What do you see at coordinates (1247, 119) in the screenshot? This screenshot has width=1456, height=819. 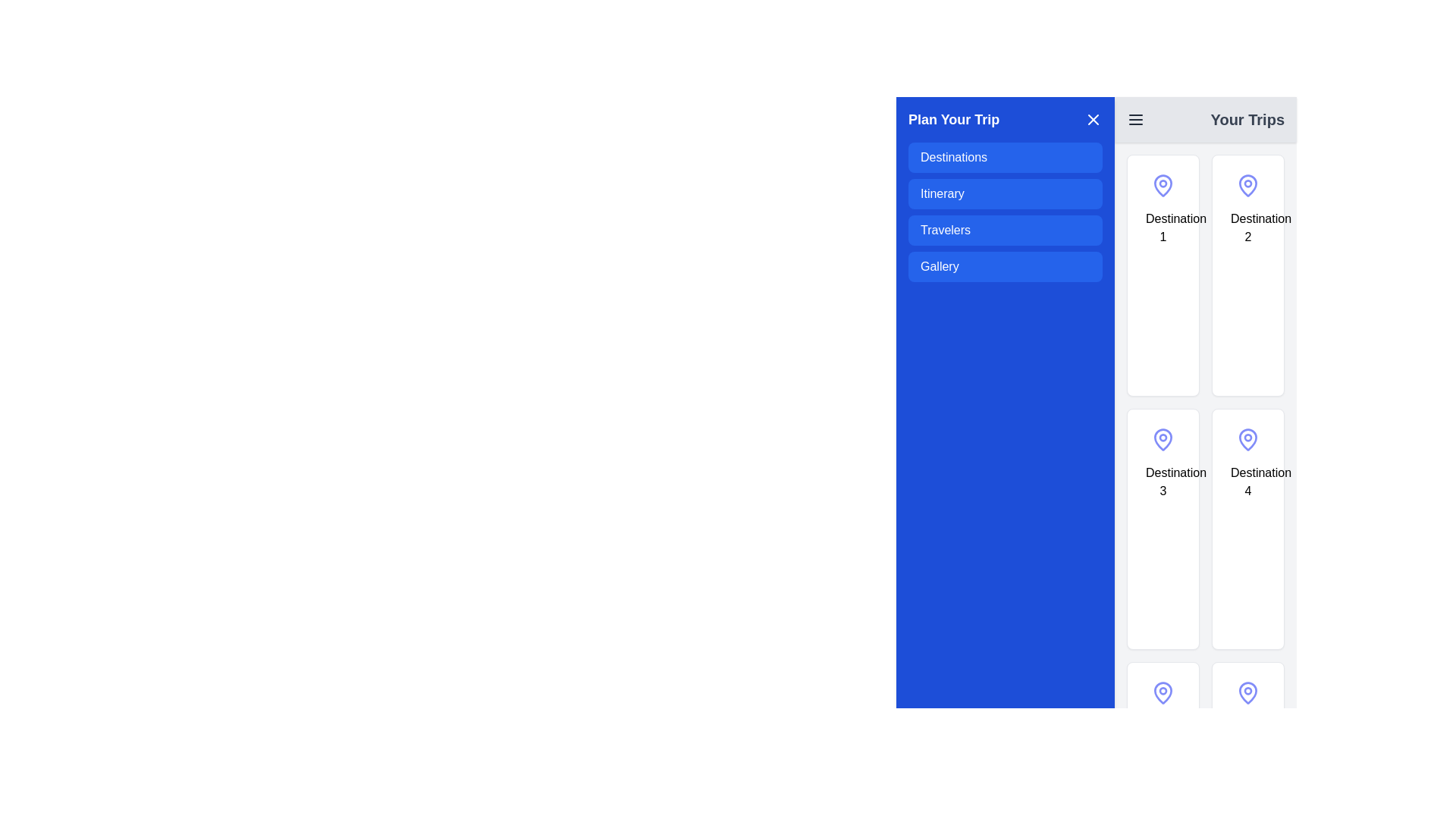 I see `the 'Your Trips' label, which is a bold text label located in the upper right section of a toolbar with a light gray background` at bounding box center [1247, 119].